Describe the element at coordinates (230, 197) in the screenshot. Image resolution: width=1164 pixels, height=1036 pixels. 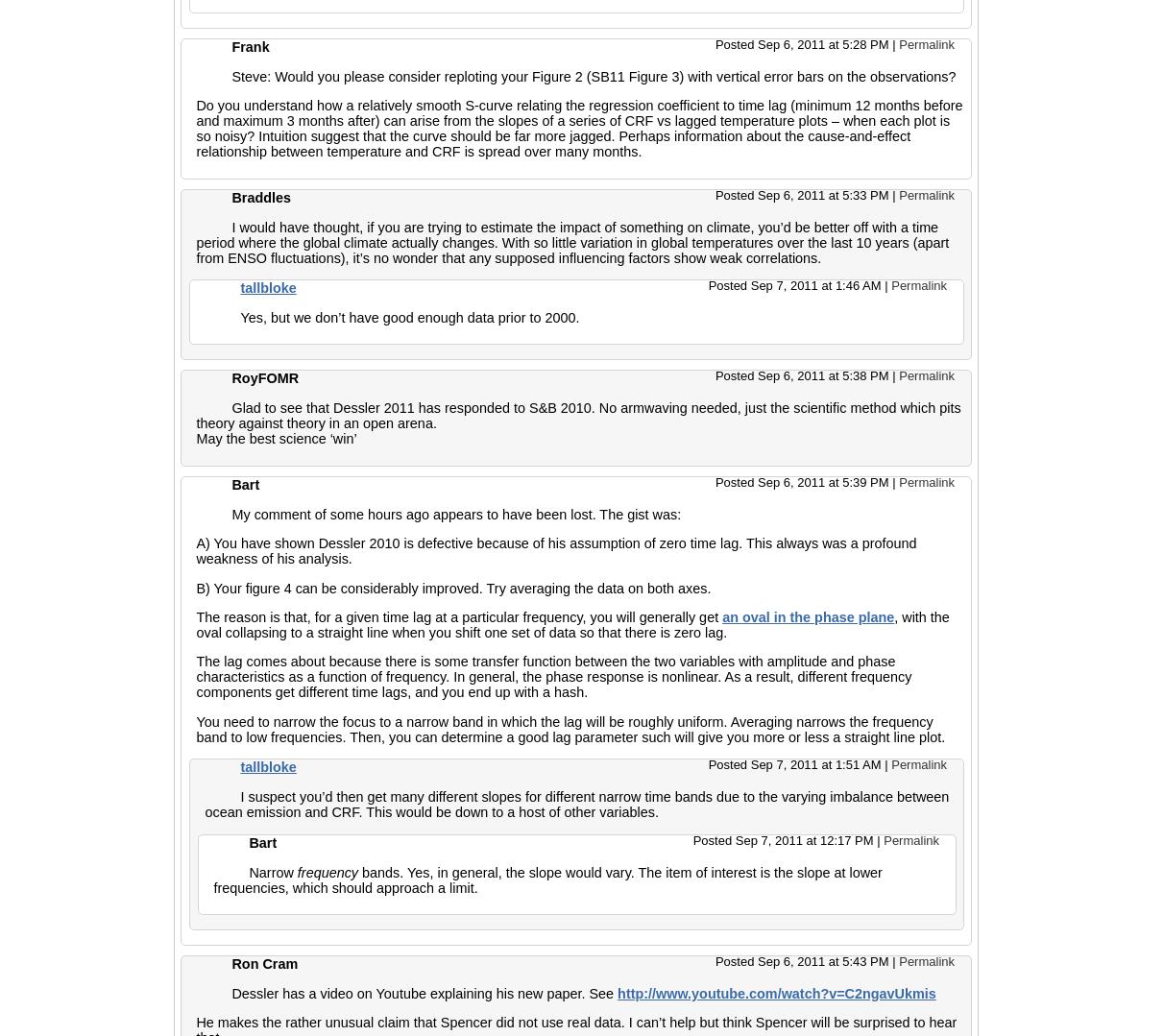
I see `'Braddles'` at that location.